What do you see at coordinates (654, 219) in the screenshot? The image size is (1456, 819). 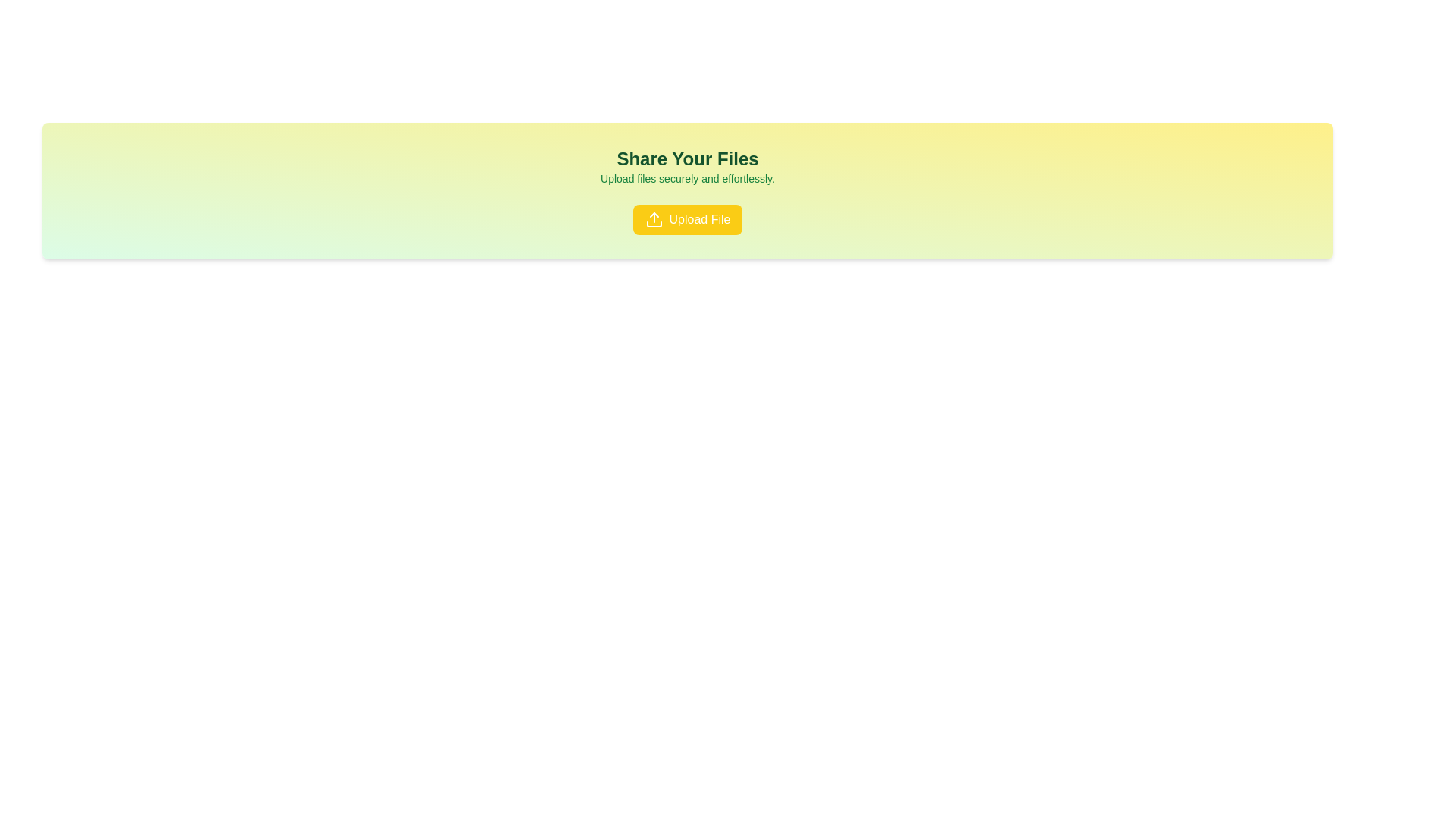 I see `the upload icon located inside the yellow 'Upload File' button below the 'Share Your Files' text` at bounding box center [654, 219].